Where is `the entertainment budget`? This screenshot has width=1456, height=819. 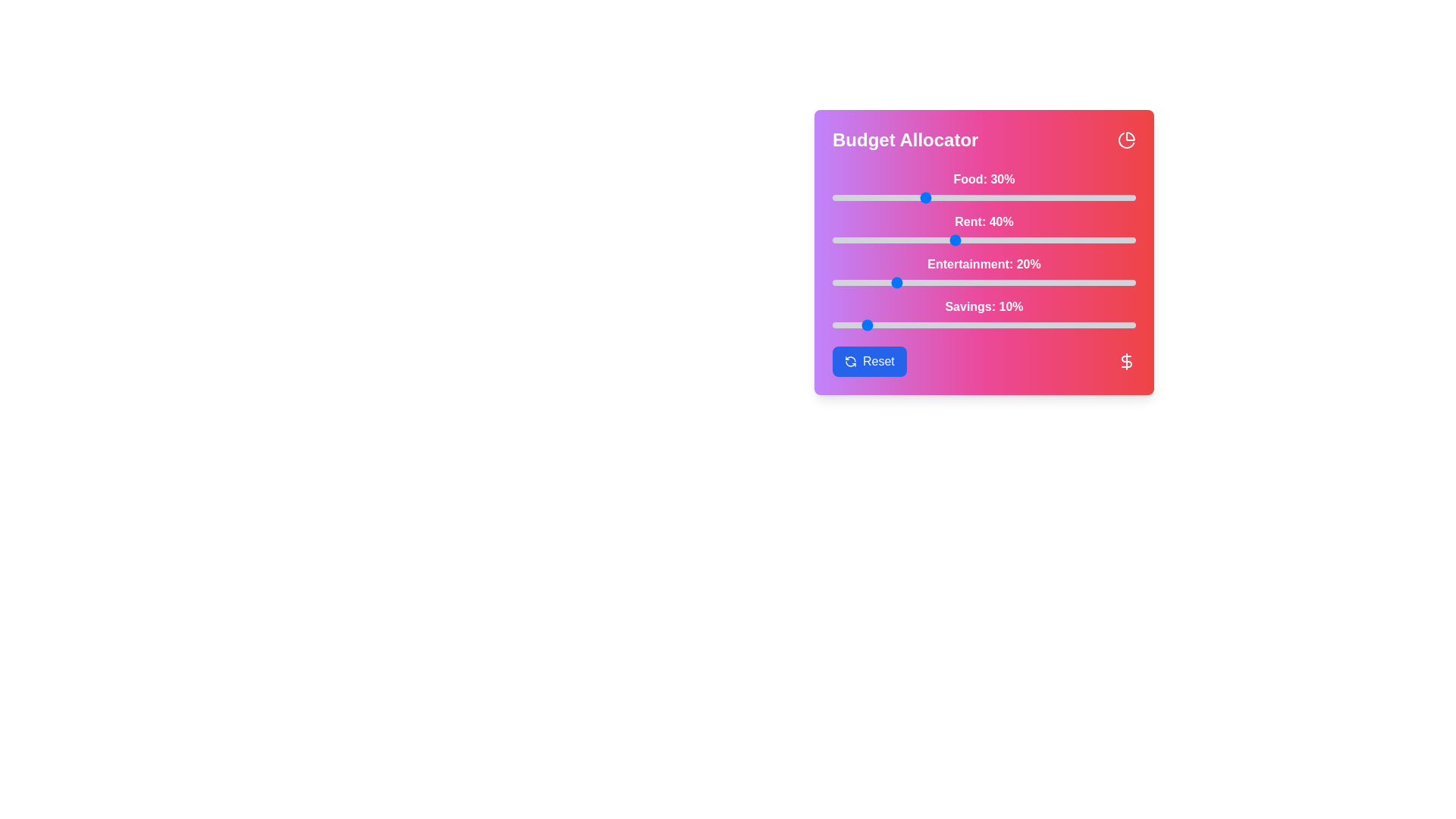
the entertainment budget is located at coordinates (899, 283).